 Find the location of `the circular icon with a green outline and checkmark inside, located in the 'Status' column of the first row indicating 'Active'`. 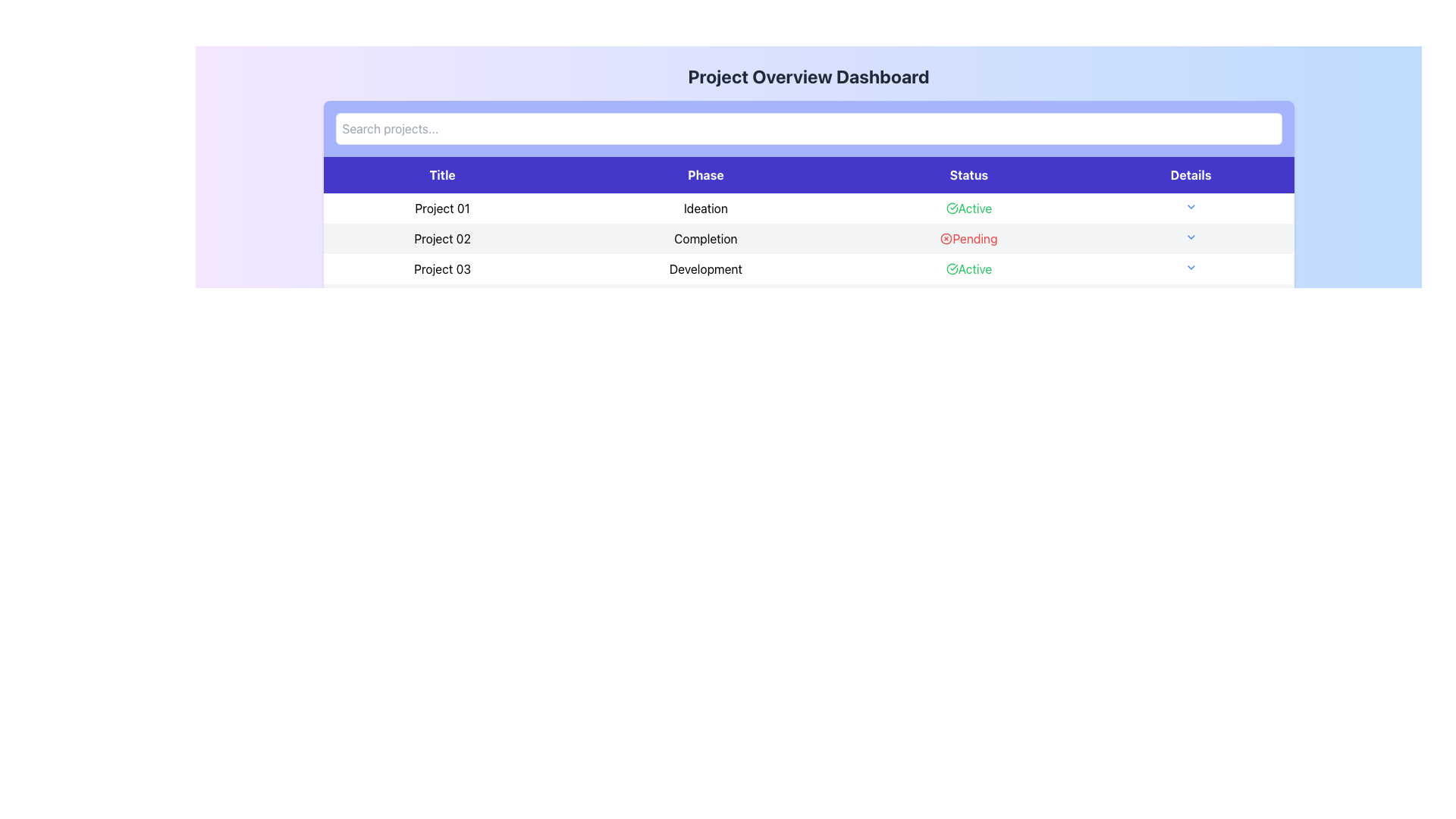

the circular icon with a green outline and checkmark inside, located in the 'Status' column of the first row indicating 'Active' is located at coordinates (951, 208).